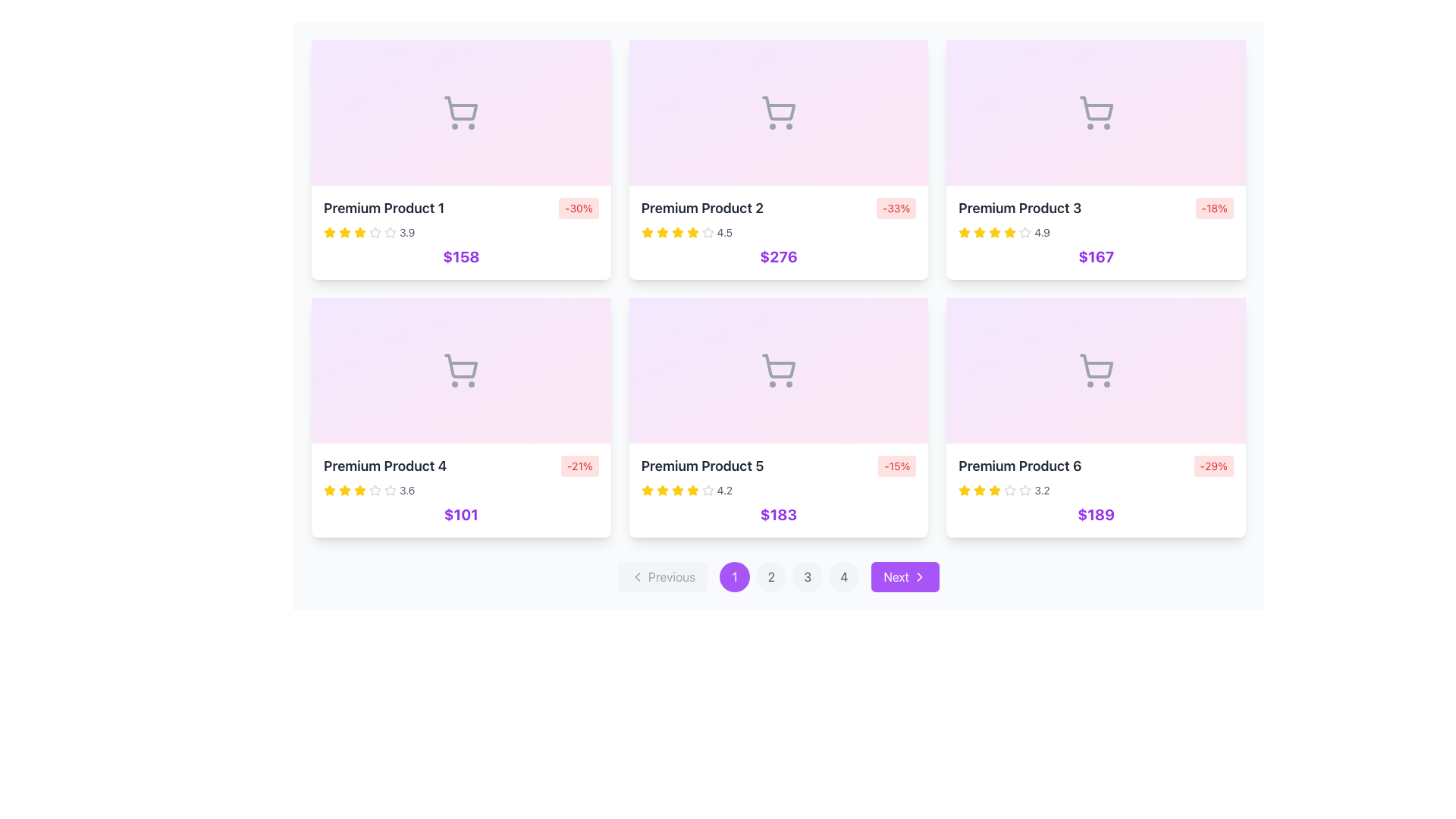 This screenshot has width=1456, height=819. What do you see at coordinates (375, 491) in the screenshot?
I see `properties of the sixth star icon in the rating row of the 'Premium Product 4' card, which is currently unselected` at bounding box center [375, 491].